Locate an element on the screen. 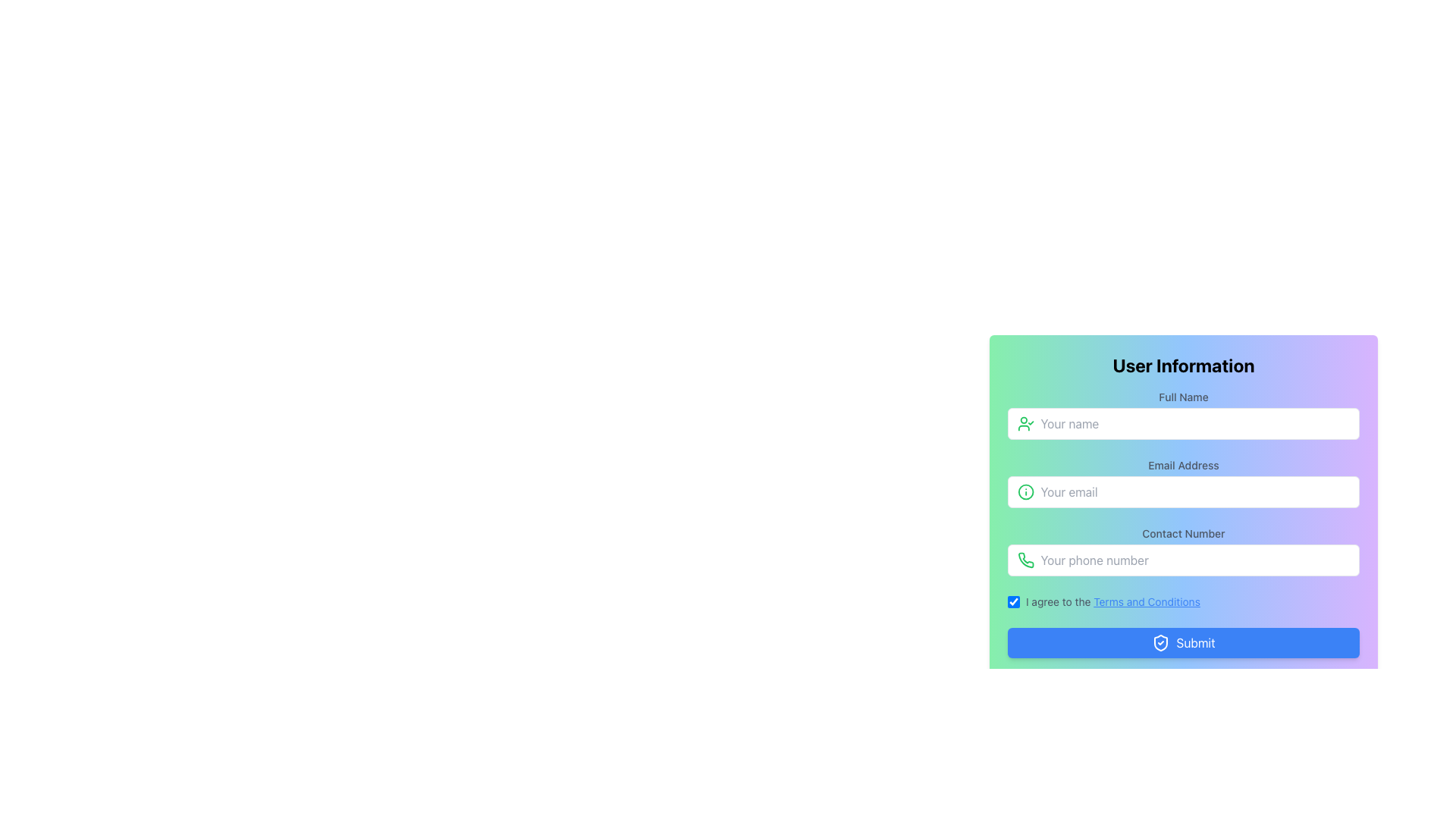  the info icon in the 'Email Address' input field for additional information is located at coordinates (1182, 482).